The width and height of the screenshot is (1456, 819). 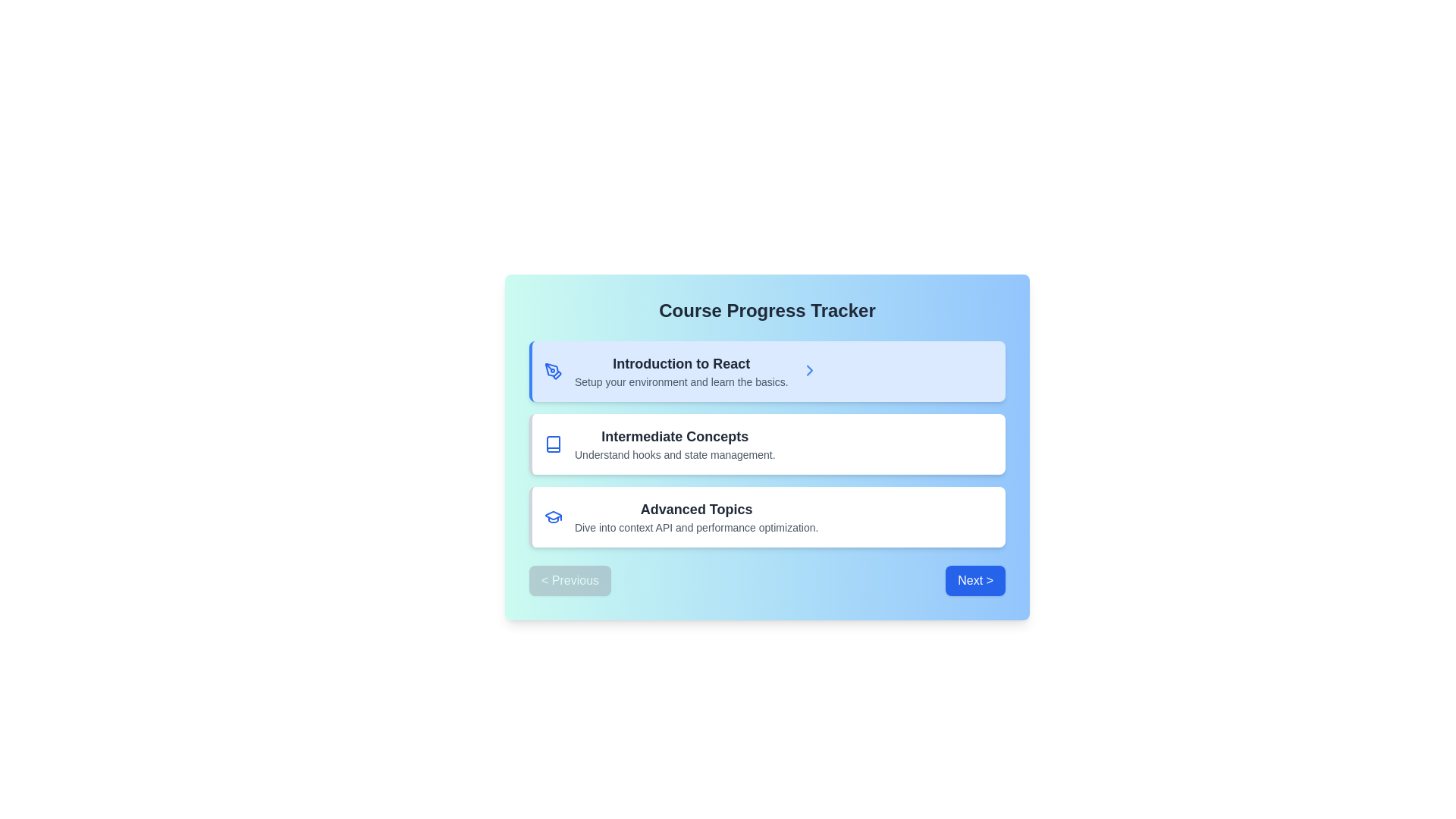 I want to click on the 'Next >' button, which is a rectangular button with a bold blue background and white text, located on the right side of the course progress tracker interface, so click(x=975, y=580).